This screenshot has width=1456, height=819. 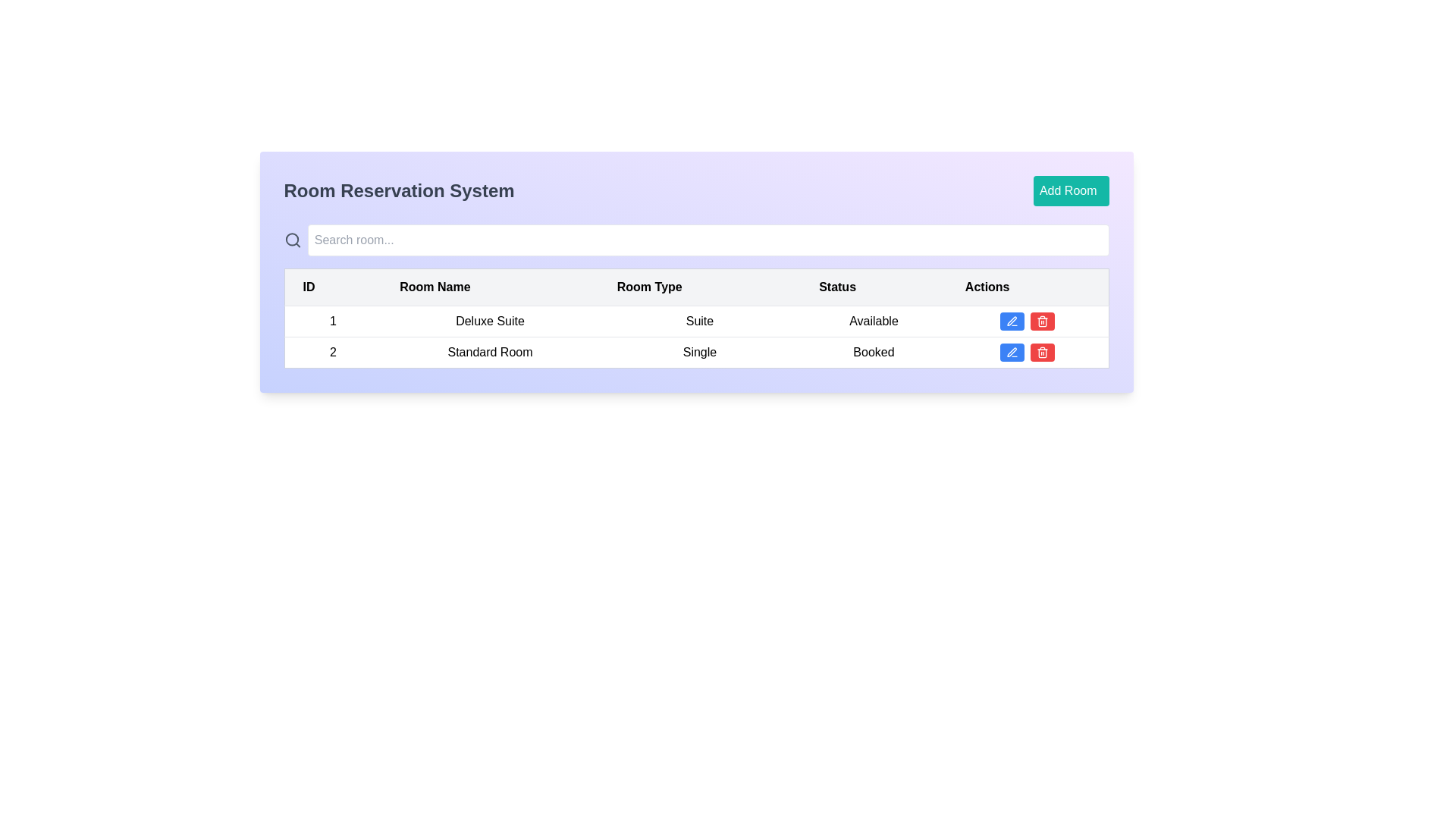 What do you see at coordinates (1042, 321) in the screenshot?
I see `the rounded red button with a trash can icon to observe its hover effects` at bounding box center [1042, 321].